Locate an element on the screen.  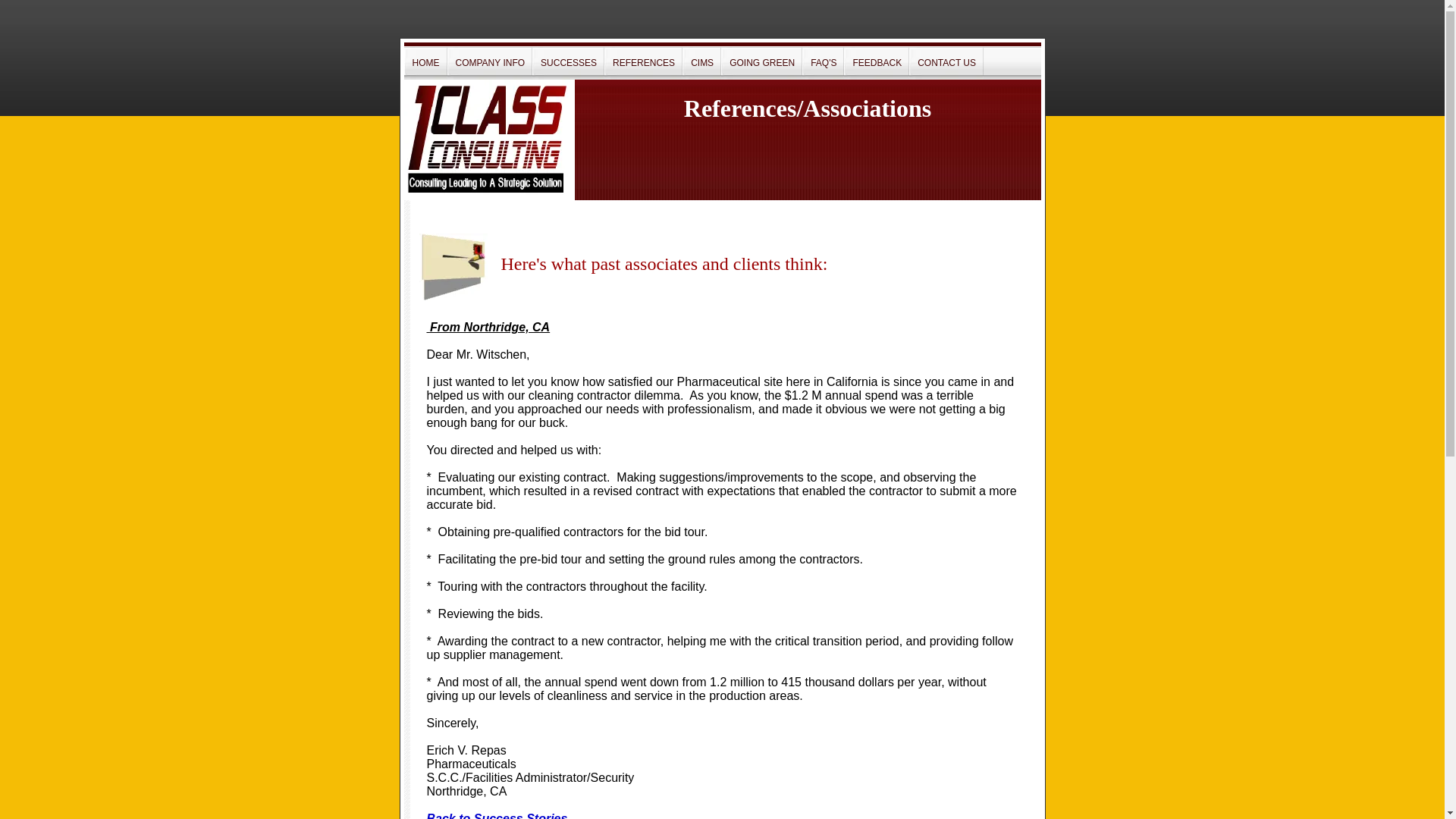
'REFERENCES' is located at coordinates (644, 62).